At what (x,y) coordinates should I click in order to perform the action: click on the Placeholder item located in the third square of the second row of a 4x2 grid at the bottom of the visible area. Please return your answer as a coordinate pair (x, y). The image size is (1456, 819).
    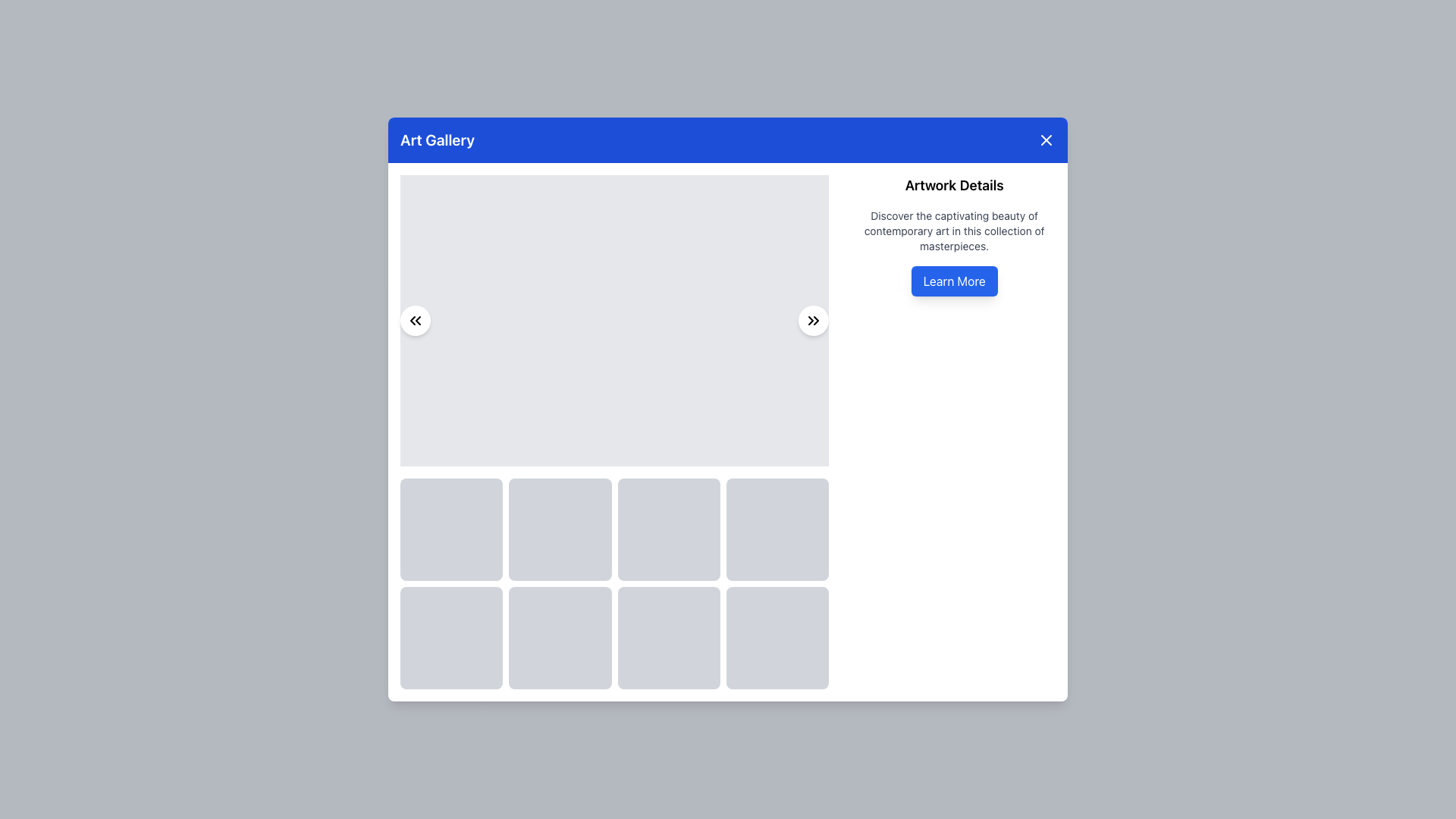
    Looking at the image, I should click on (668, 638).